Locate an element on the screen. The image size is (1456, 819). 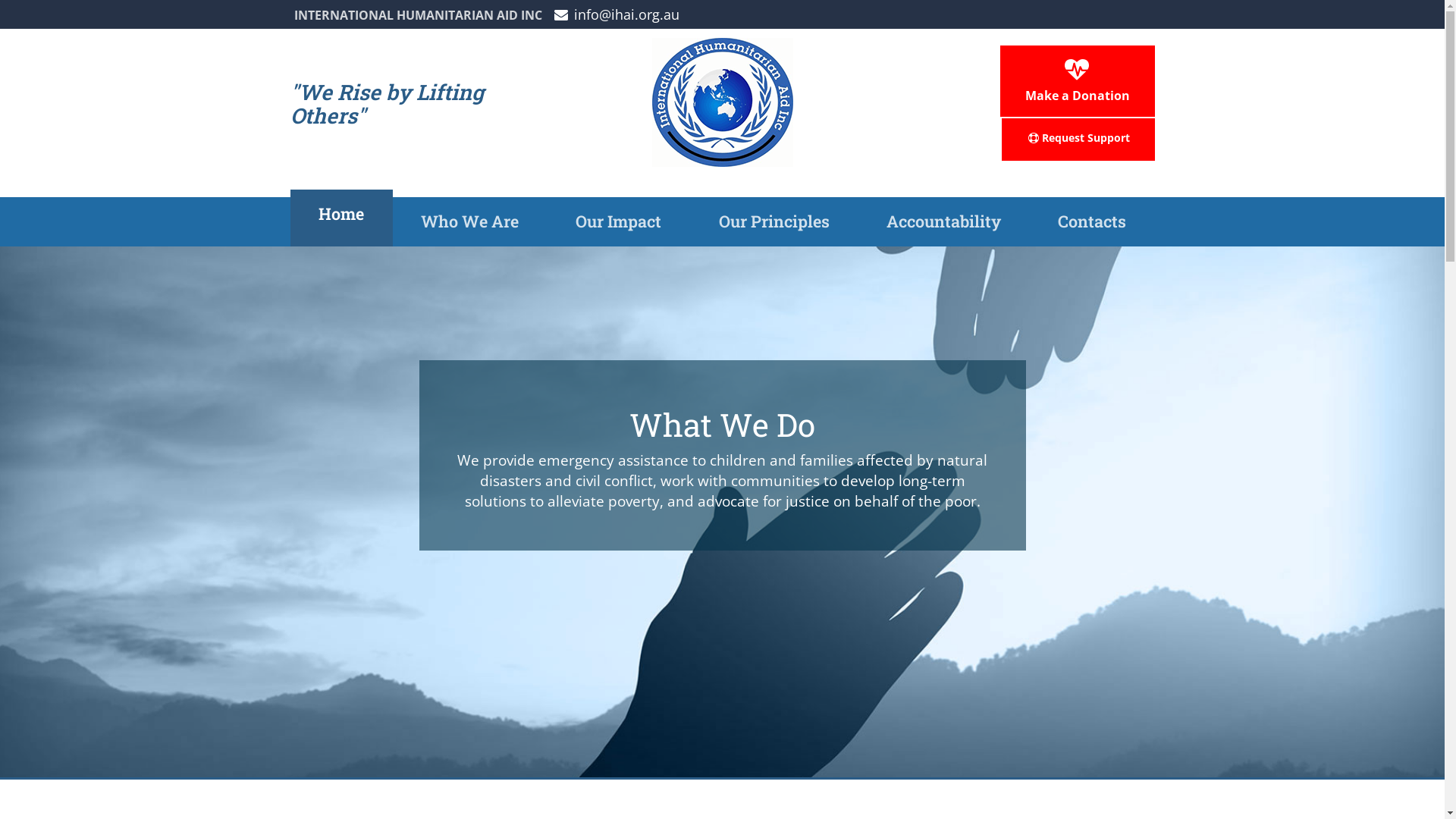
'Our Impact' is located at coordinates (546, 221).